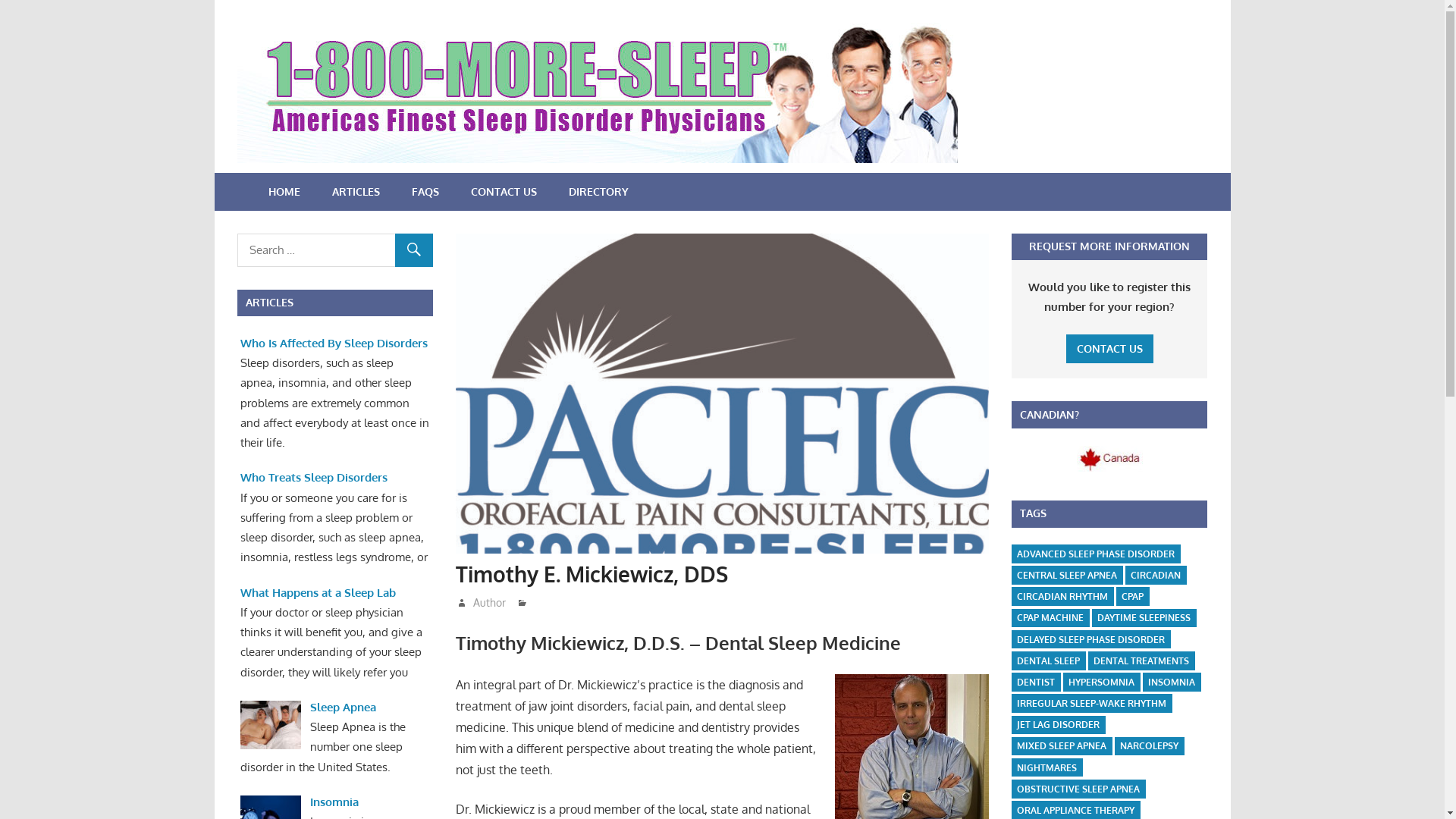 Image resolution: width=1456 pixels, height=819 pixels. I want to click on 'Insomnia', so click(309, 801).